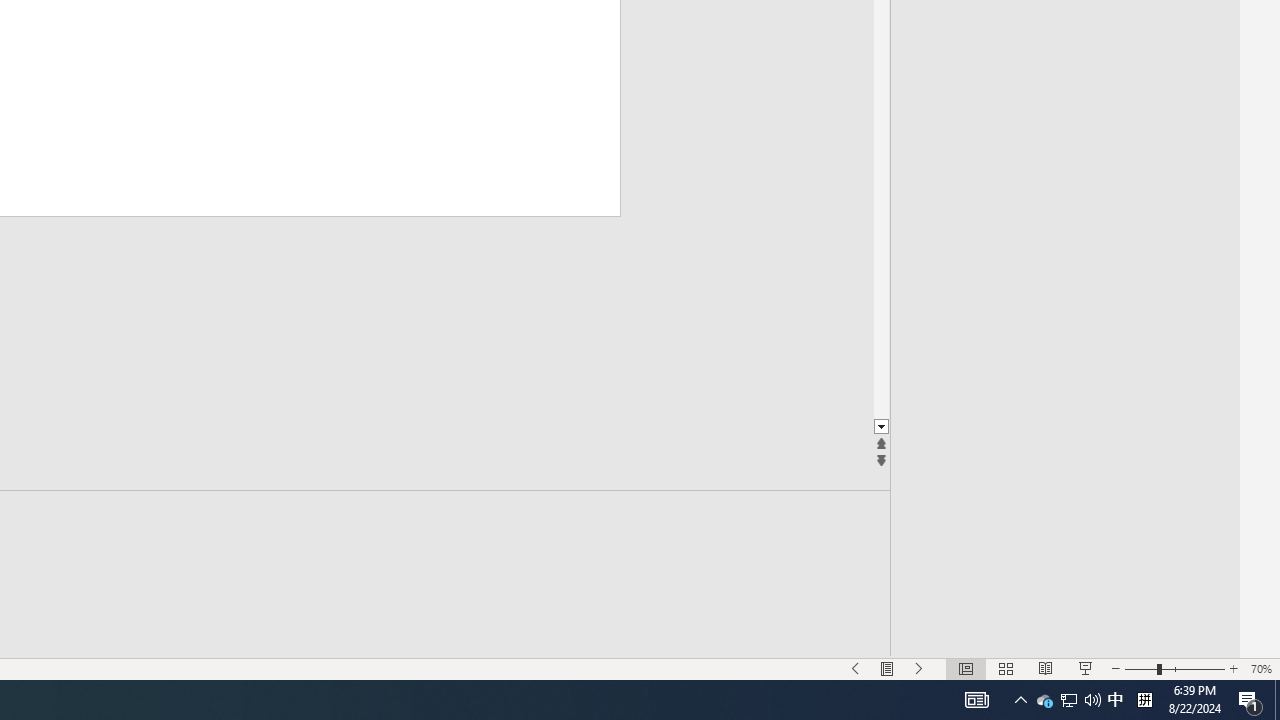 This screenshot has width=1280, height=720. Describe the element at coordinates (965, 669) in the screenshot. I see `'Normal'` at that location.